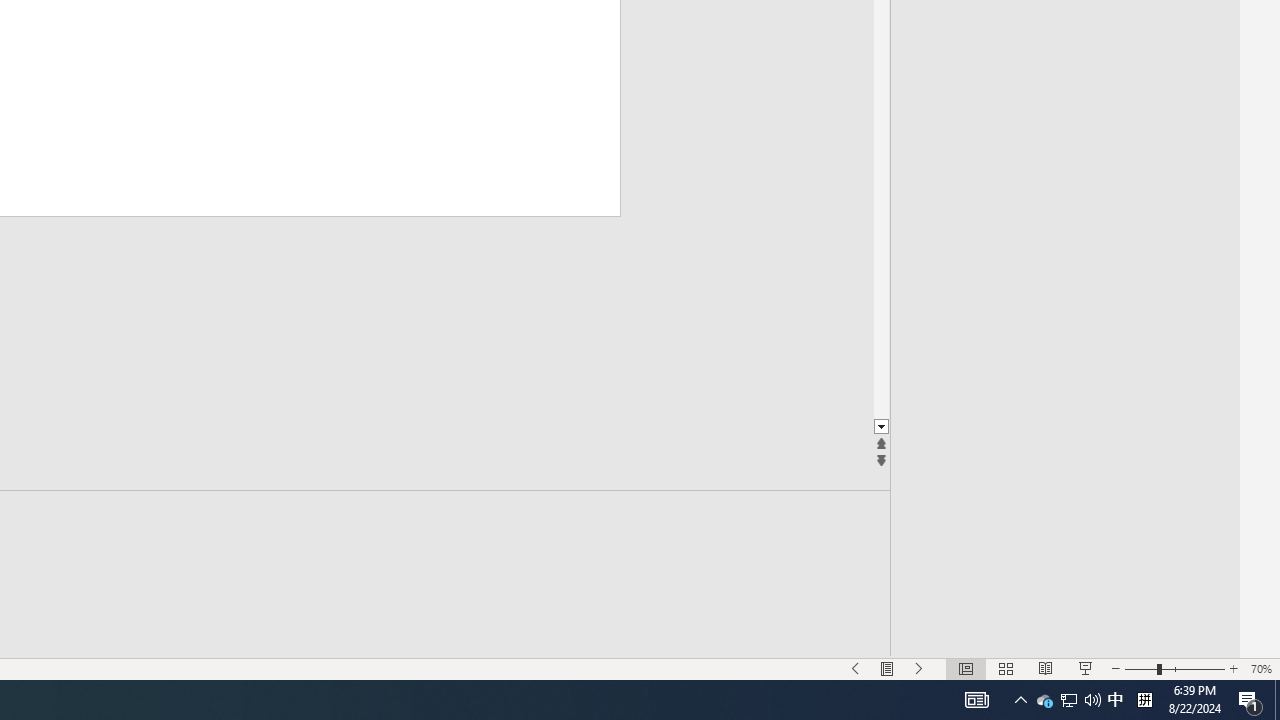 This screenshot has width=1280, height=720. Describe the element at coordinates (965, 669) in the screenshot. I see `'Normal'` at that location.